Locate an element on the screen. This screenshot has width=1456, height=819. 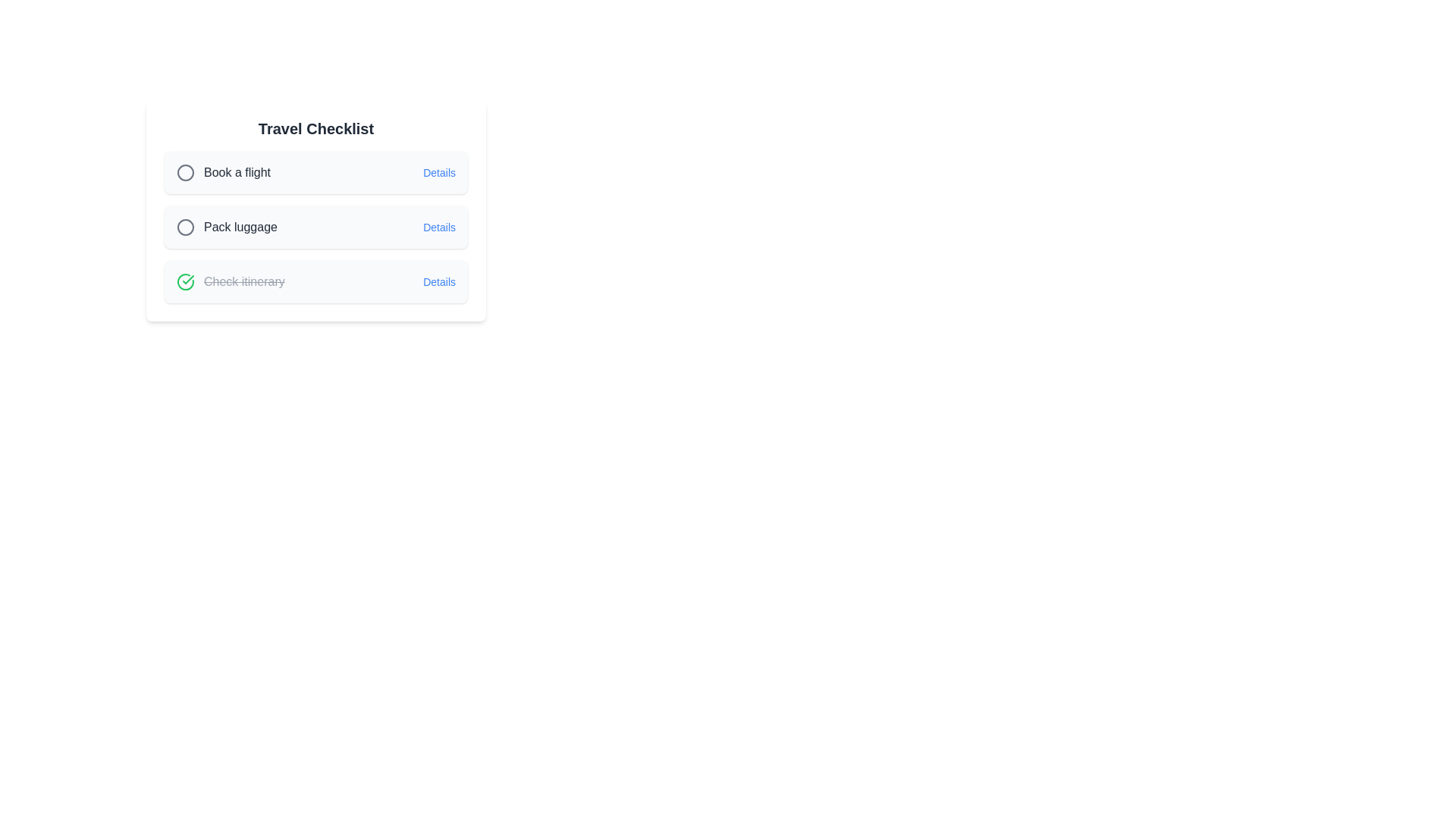
the circle on the left side of the 'Pack luggage' list item to mark it as completed is located at coordinates (315, 227).